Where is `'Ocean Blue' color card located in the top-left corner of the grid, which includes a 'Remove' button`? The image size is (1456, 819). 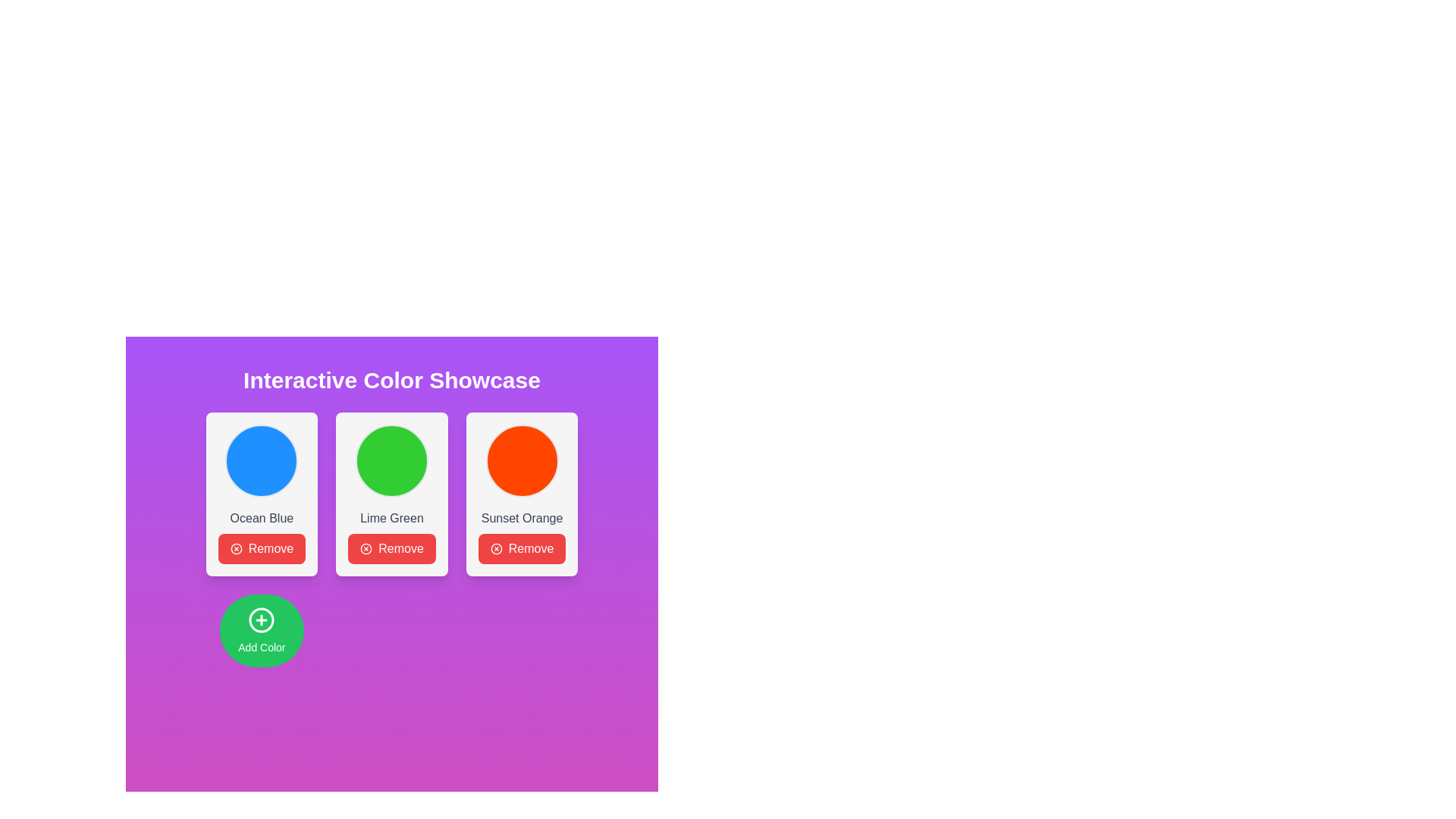 'Ocean Blue' color card located in the top-left corner of the grid, which includes a 'Remove' button is located at coordinates (262, 494).